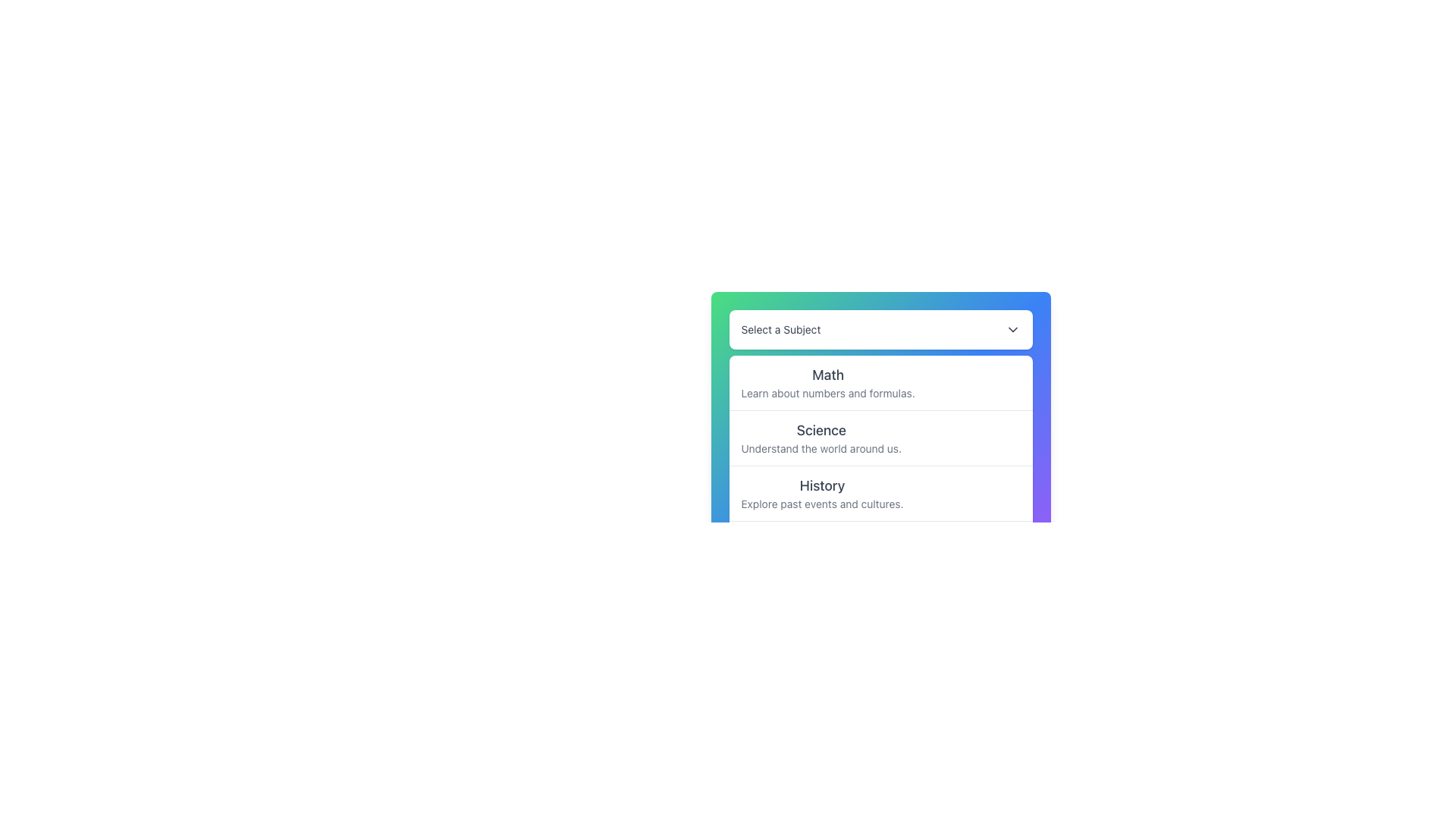 The width and height of the screenshot is (1456, 819). I want to click on the 'Science' subject option in the dropdown list, so click(880, 443).